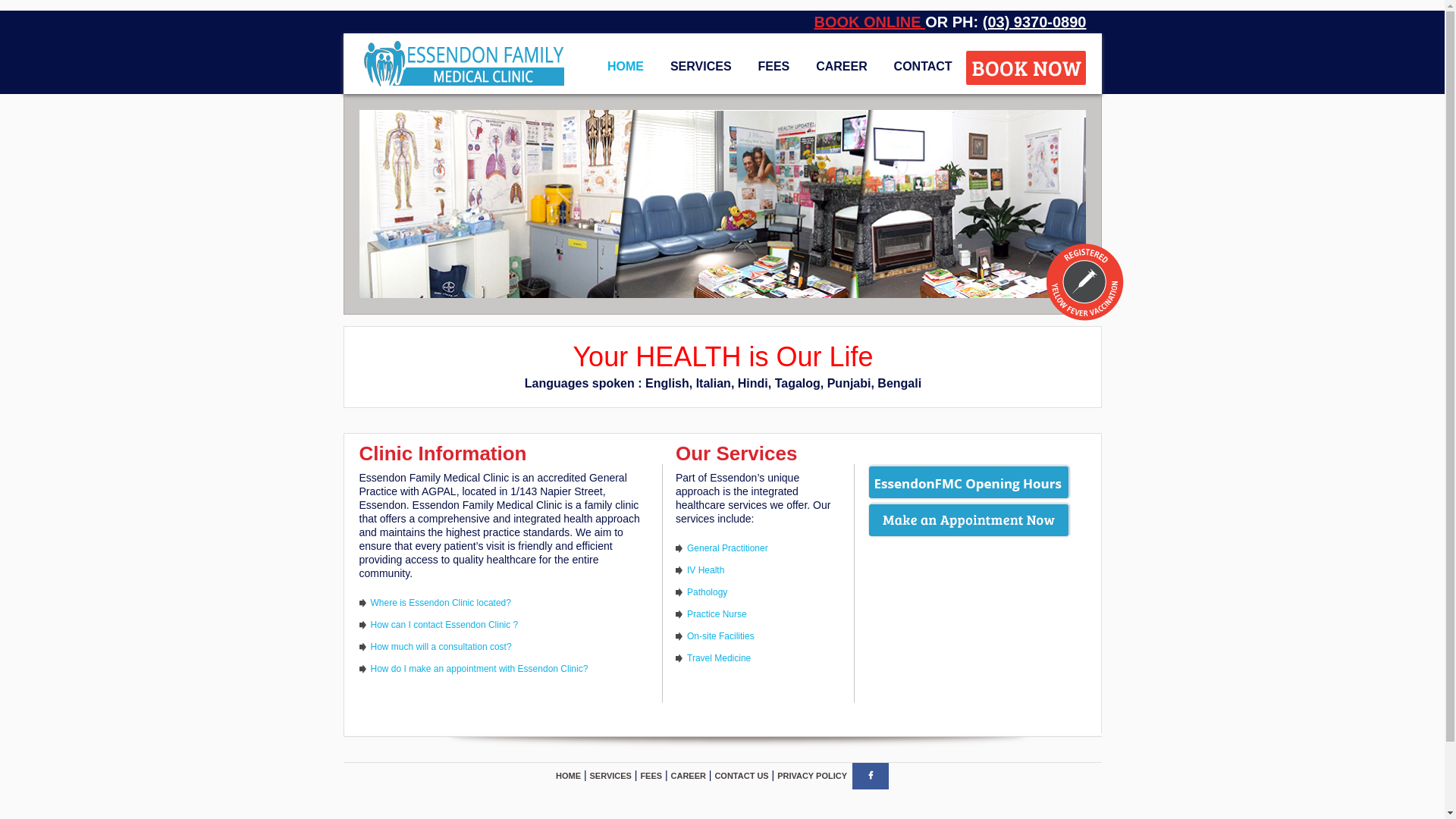  What do you see at coordinates (370, 646) in the screenshot?
I see `'How much will a consultation cost?'` at bounding box center [370, 646].